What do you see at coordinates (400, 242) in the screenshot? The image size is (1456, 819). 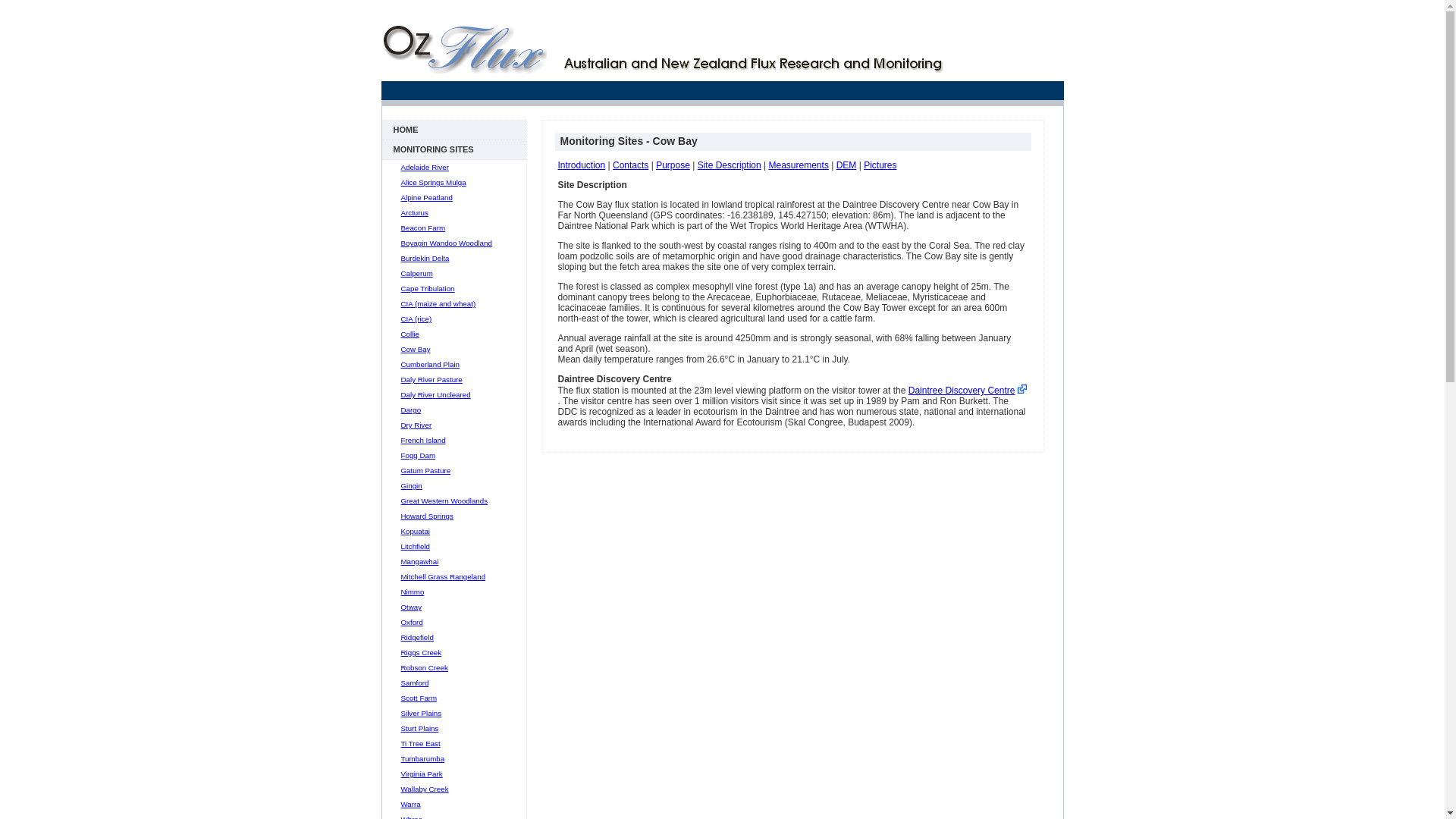 I see `'Boyagin Wandoo Woodland'` at bounding box center [400, 242].